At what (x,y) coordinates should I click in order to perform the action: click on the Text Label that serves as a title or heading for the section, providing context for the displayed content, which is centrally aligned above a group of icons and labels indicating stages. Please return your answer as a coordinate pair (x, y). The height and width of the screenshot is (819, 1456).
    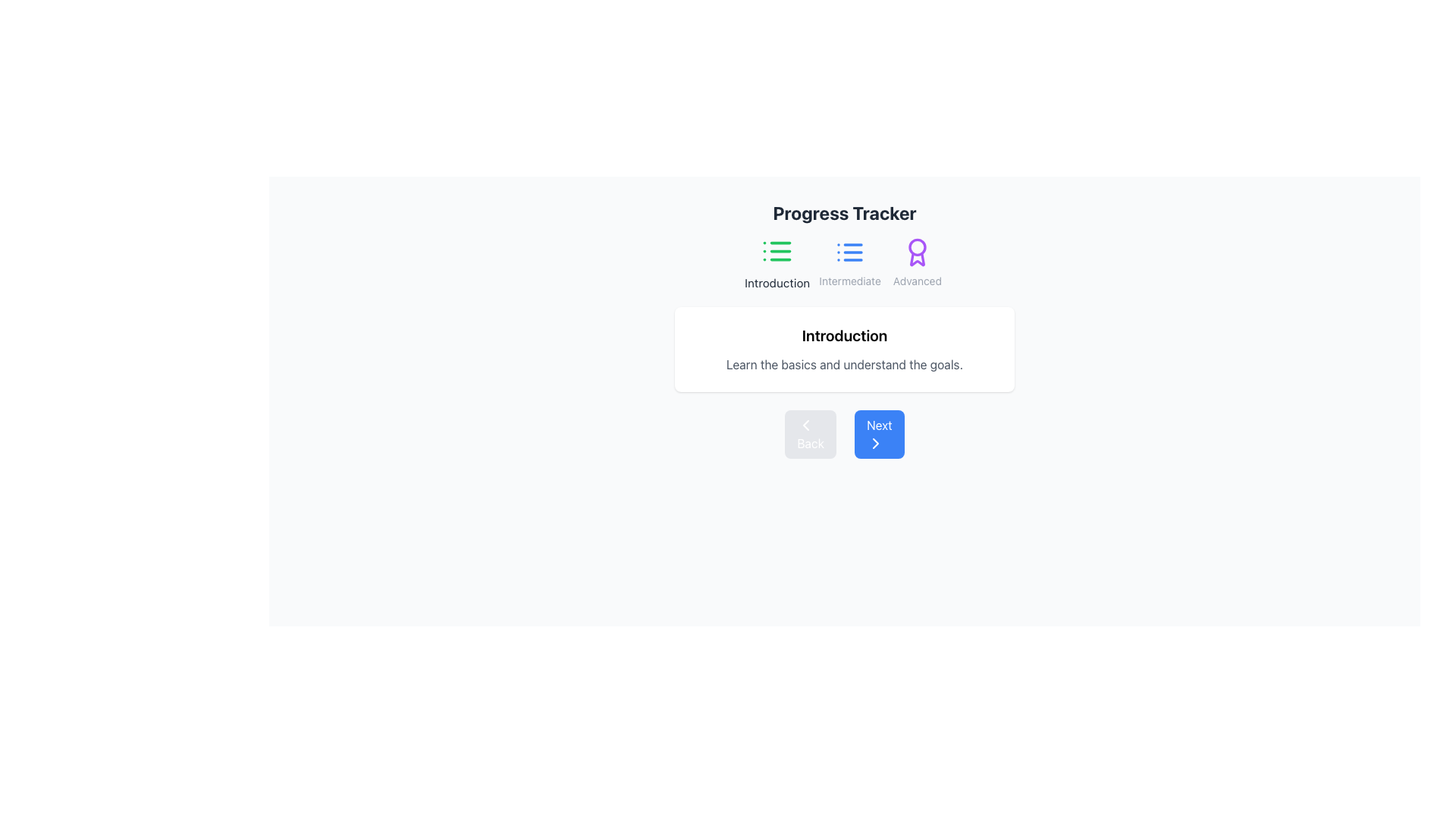
    Looking at the image, I should click on (843, 213).